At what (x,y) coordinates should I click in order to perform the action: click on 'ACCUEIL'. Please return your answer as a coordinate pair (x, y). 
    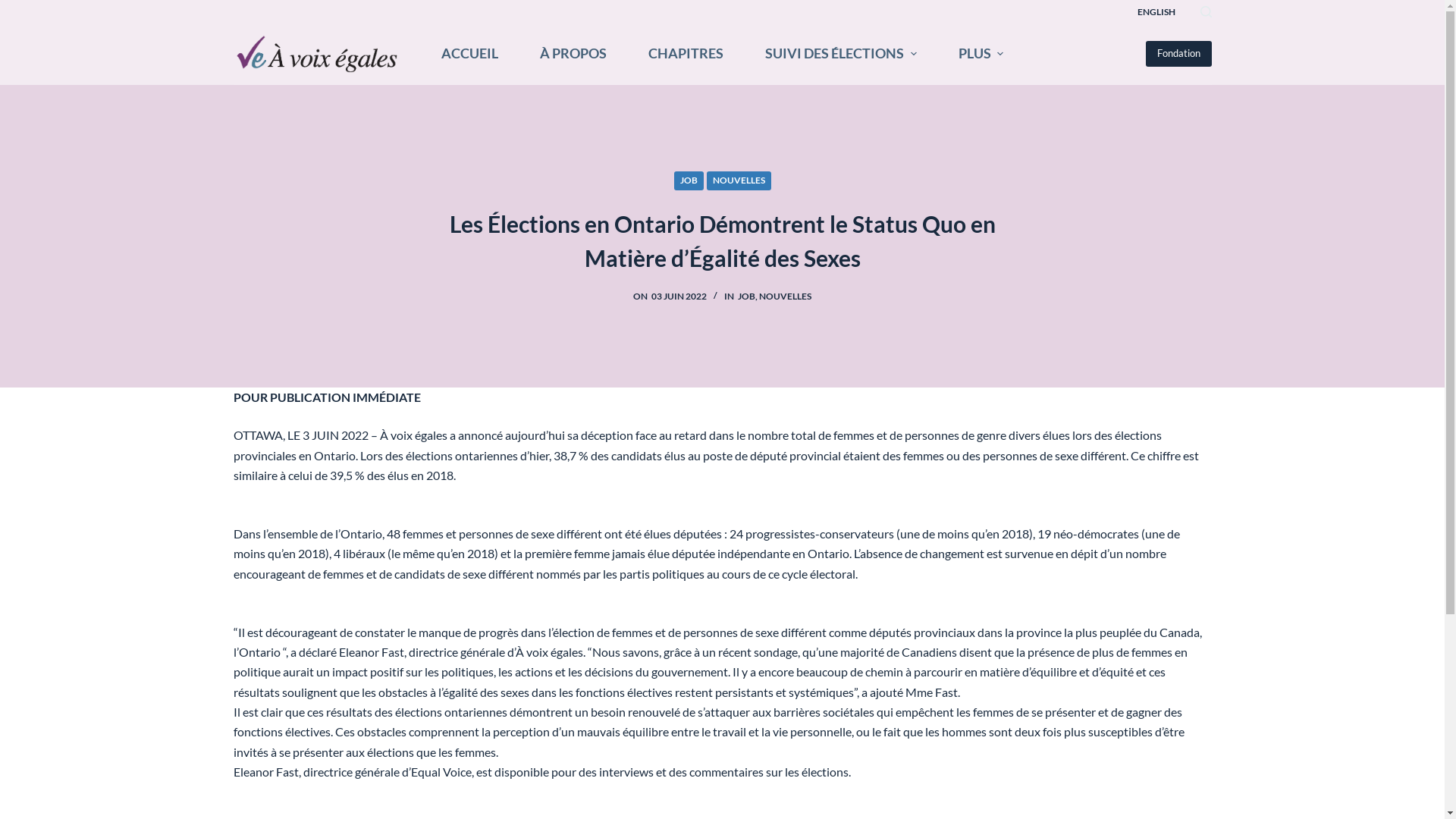
    Looking at the image, I should click on (469, 52).